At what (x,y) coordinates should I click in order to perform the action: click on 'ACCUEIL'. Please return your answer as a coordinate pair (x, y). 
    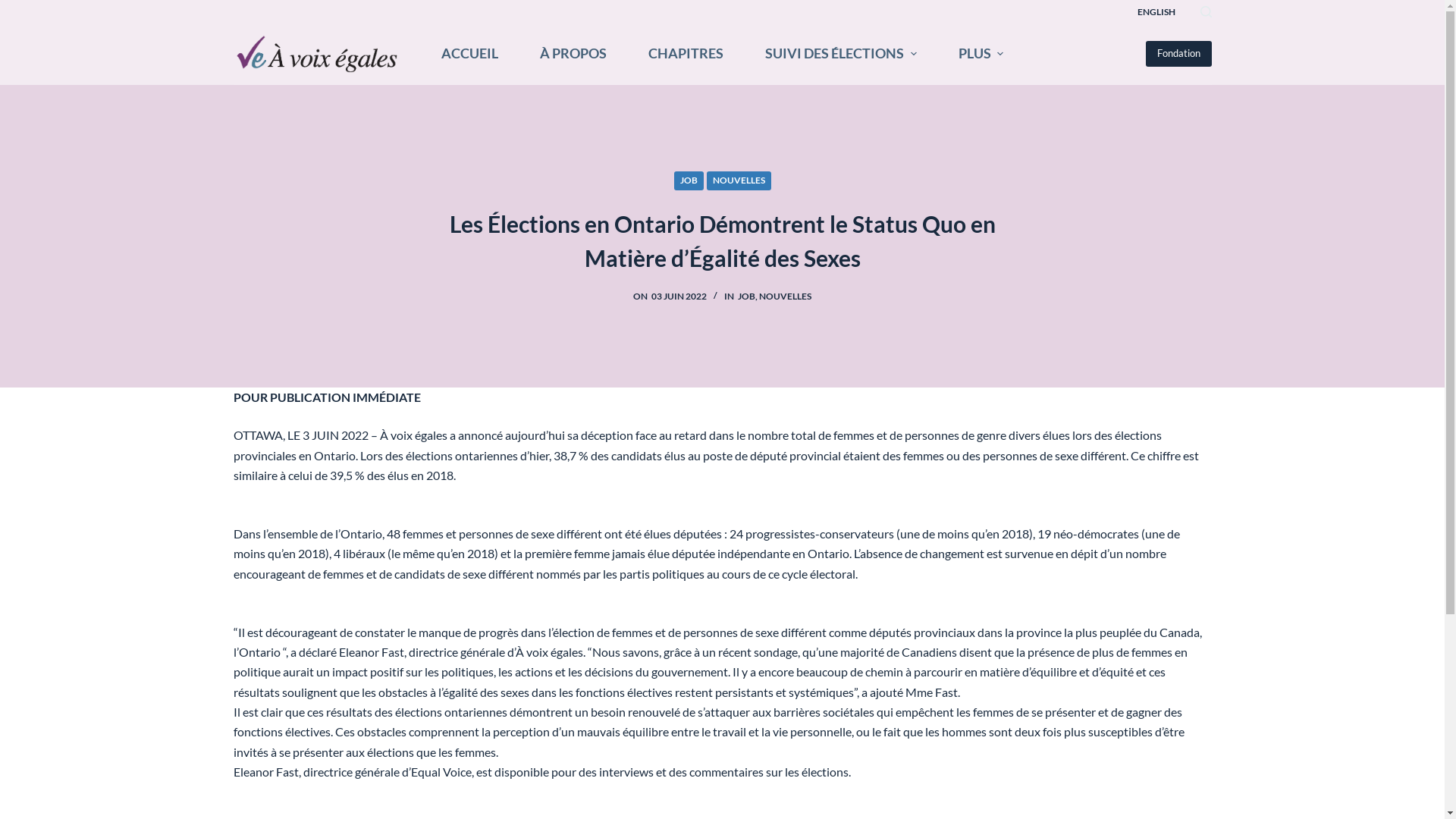
    Looking at the image, I should click on (469, 52).